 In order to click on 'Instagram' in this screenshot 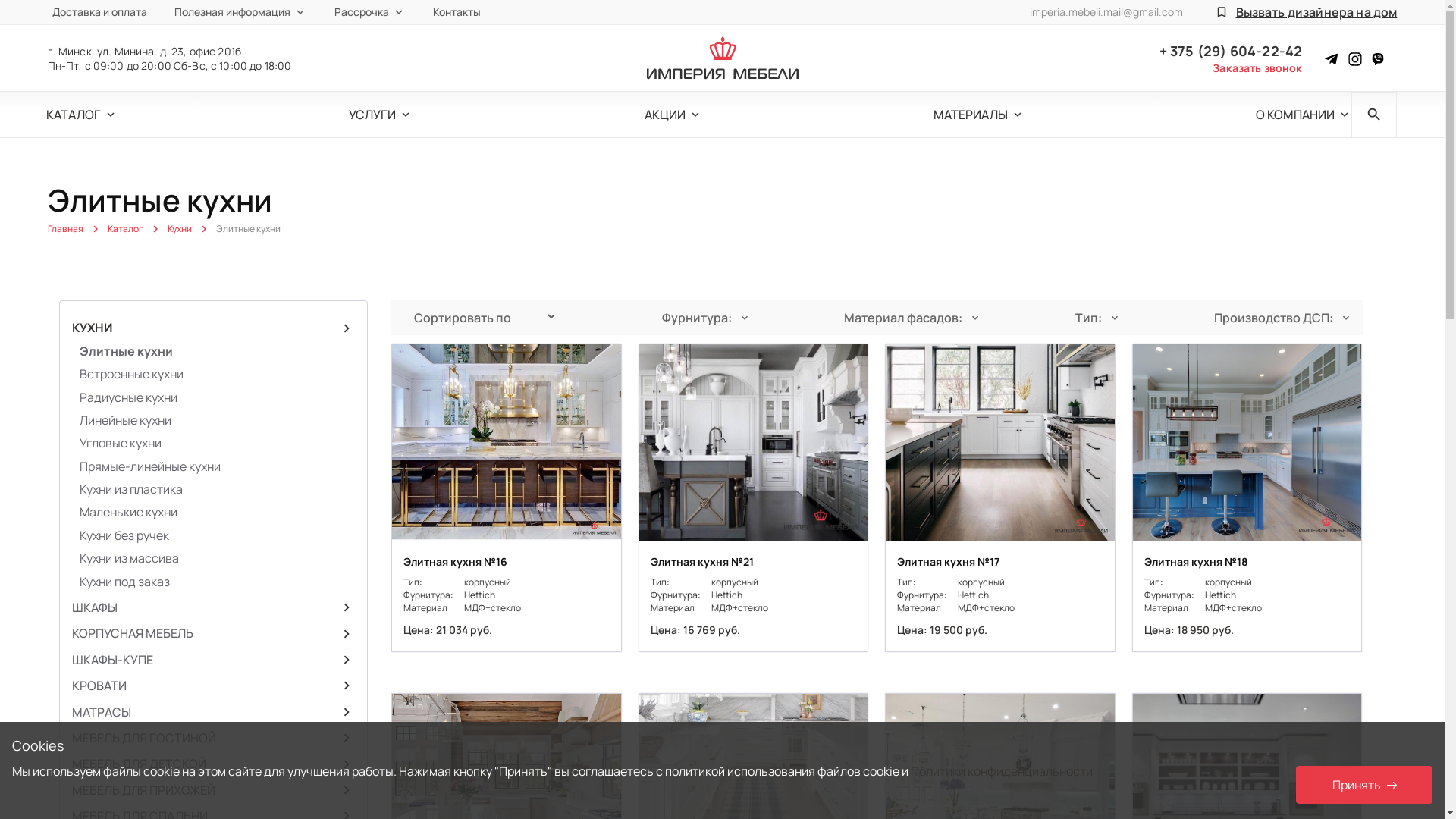, I will do `click(1331, 58)`.